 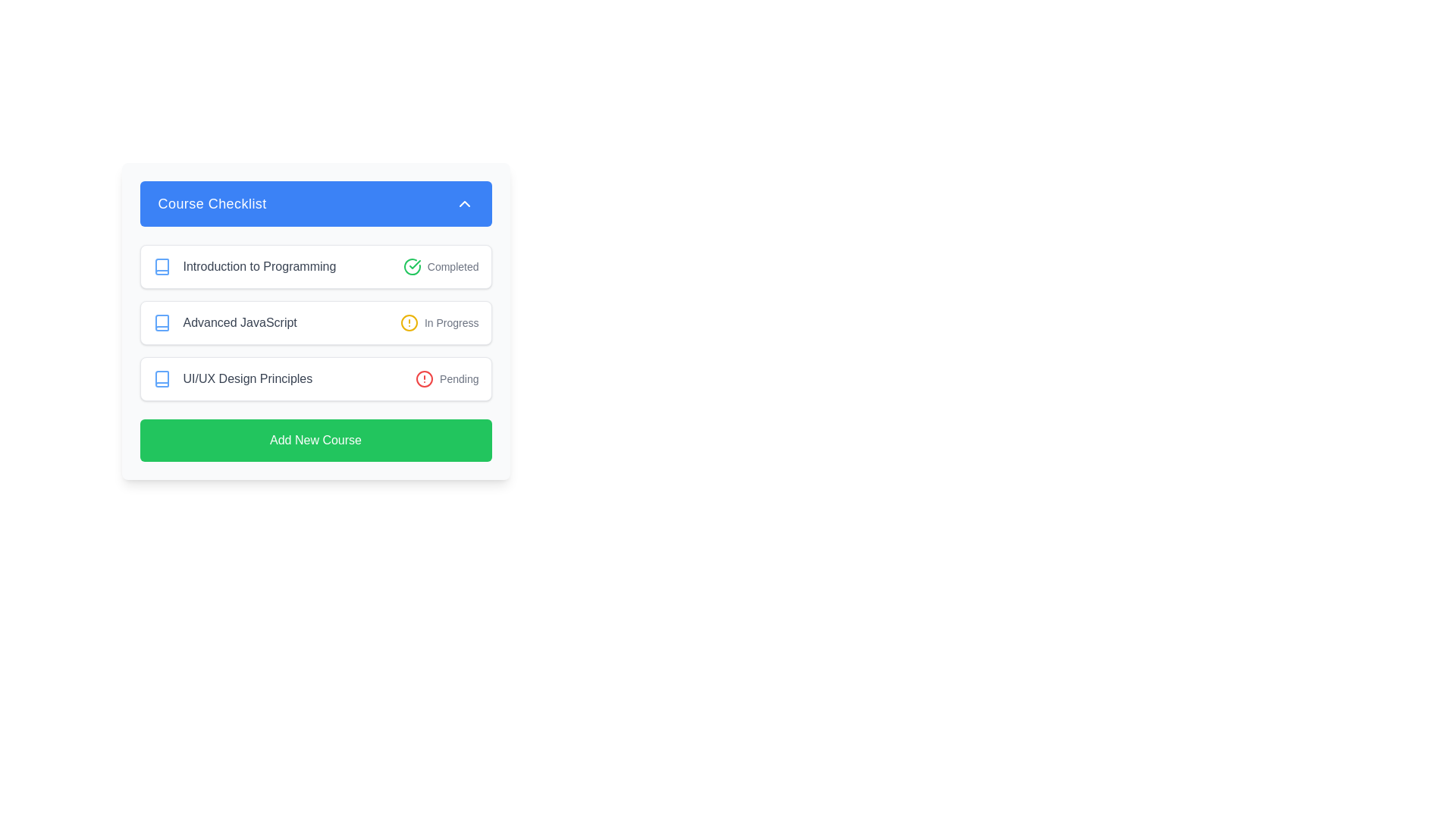 I want to click on the text label displaying 'Completed' in gray, located to the right of the green circular checkmark in the 'Introduction to Programming' row of the 'Course Checklist', so click(x=452, y=265).